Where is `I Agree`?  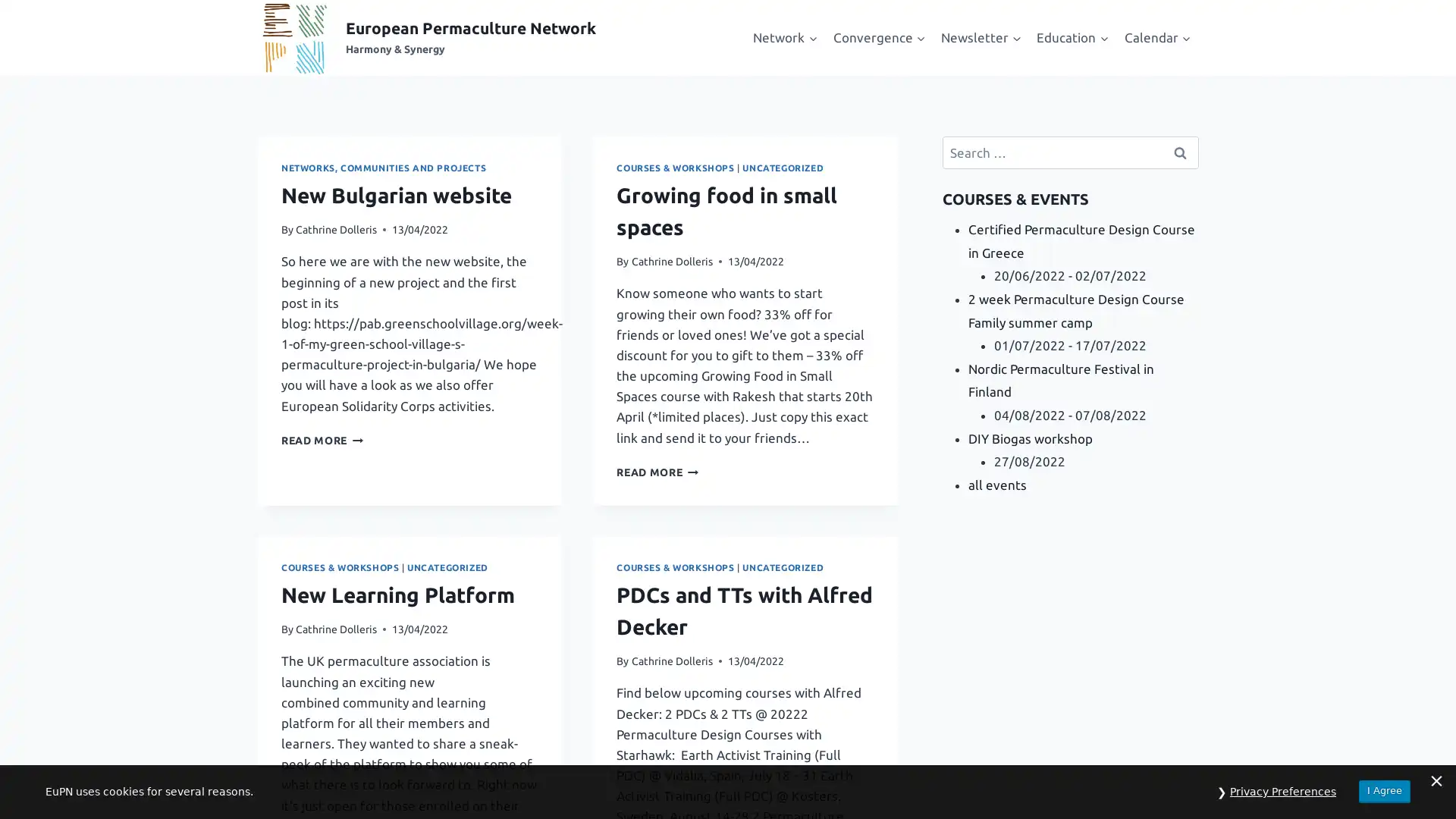
I Agree is located at coordinates (1384, 790).